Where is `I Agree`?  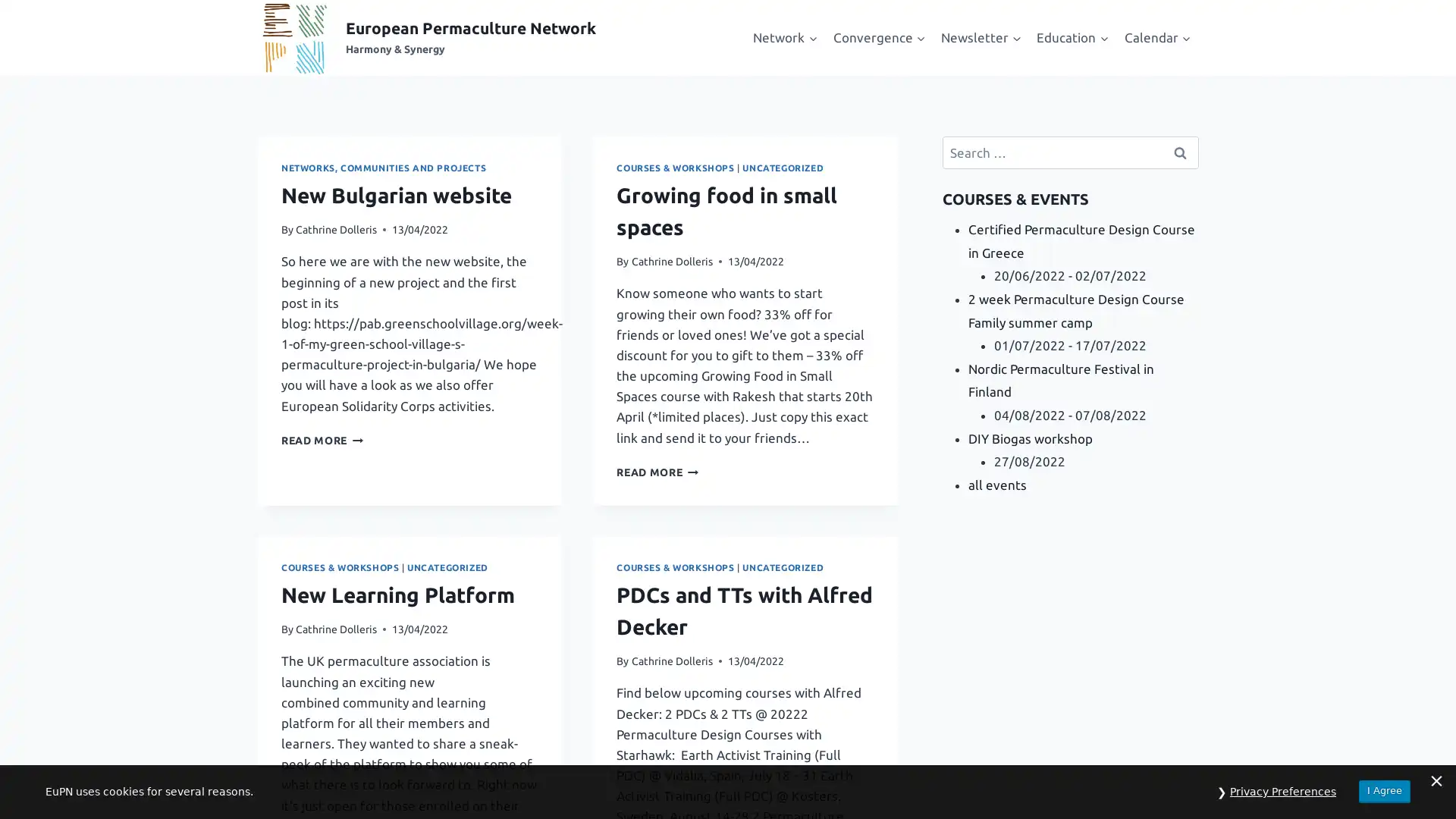
I Agree is located at coordinates (1384, 790).